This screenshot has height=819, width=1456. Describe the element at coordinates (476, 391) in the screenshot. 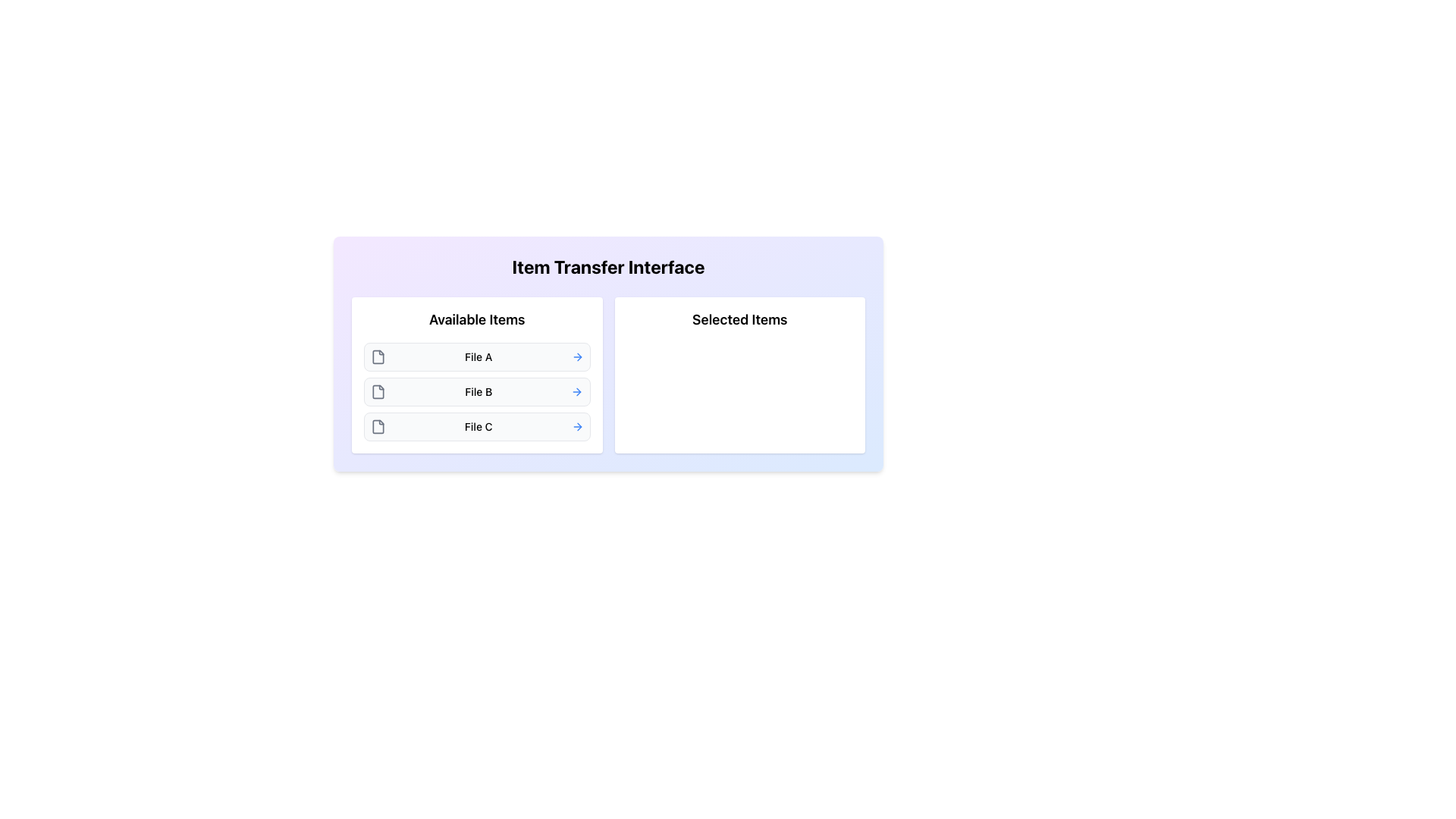

I see `the 'File B' item from the vertically structured list of files within the 'Available Items' card` at that location.